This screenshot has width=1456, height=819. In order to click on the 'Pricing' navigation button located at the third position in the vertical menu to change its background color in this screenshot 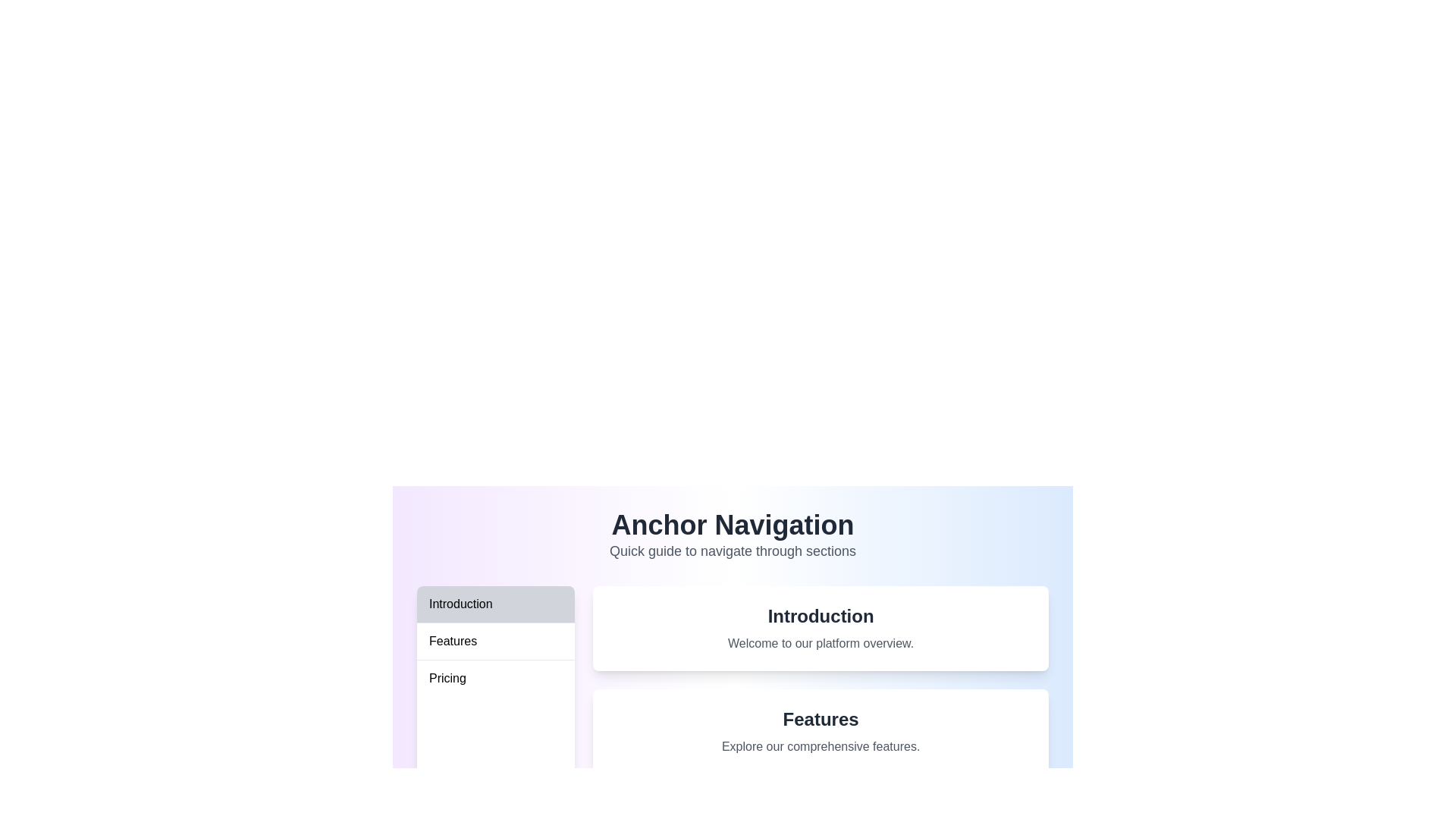, I will do `click(496, 677)`.